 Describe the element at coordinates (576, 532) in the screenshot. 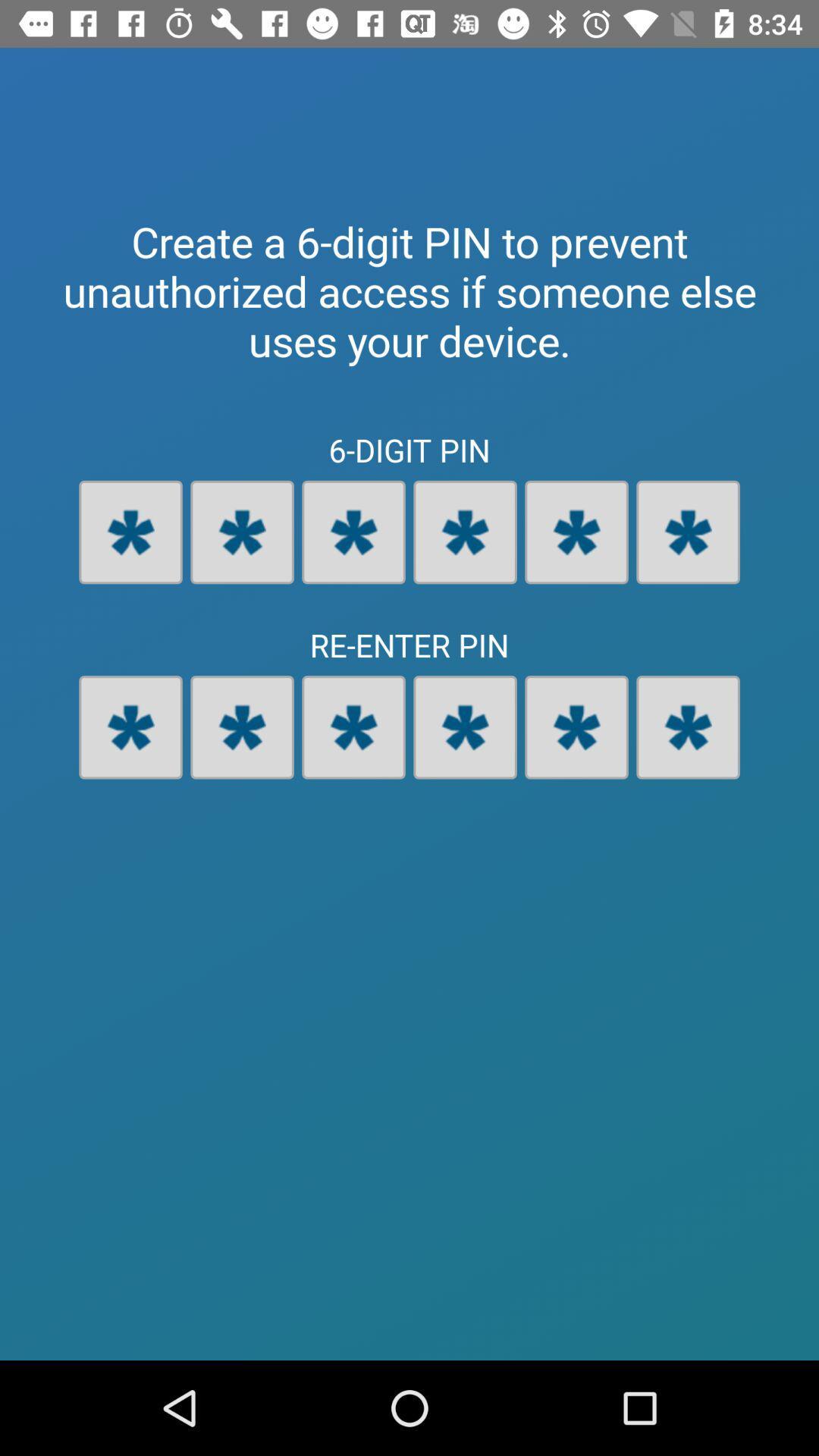

I see `the fifth text box which is below the 6digit pin` at that location.